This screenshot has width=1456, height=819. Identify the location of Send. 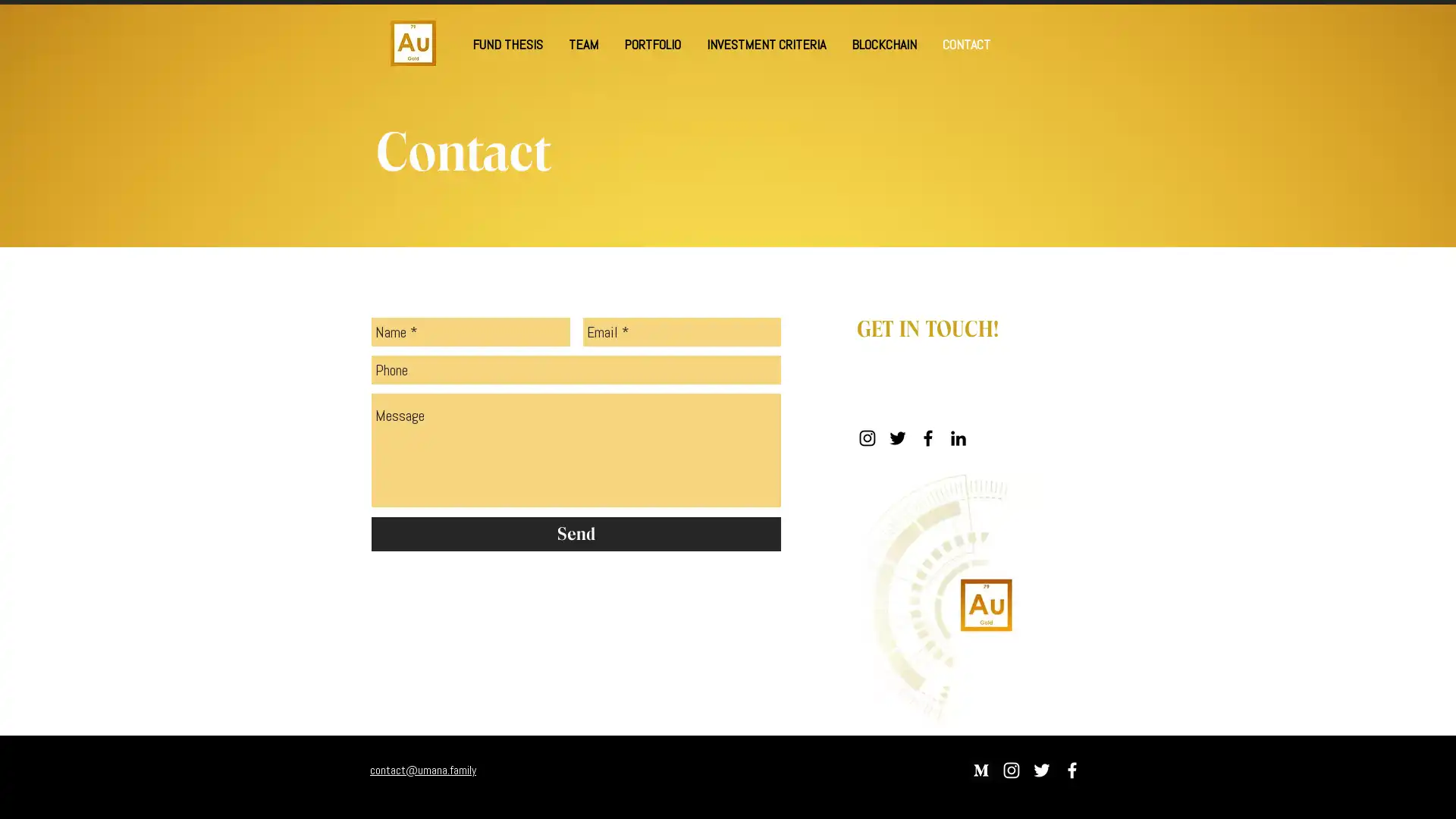
(575, 533).